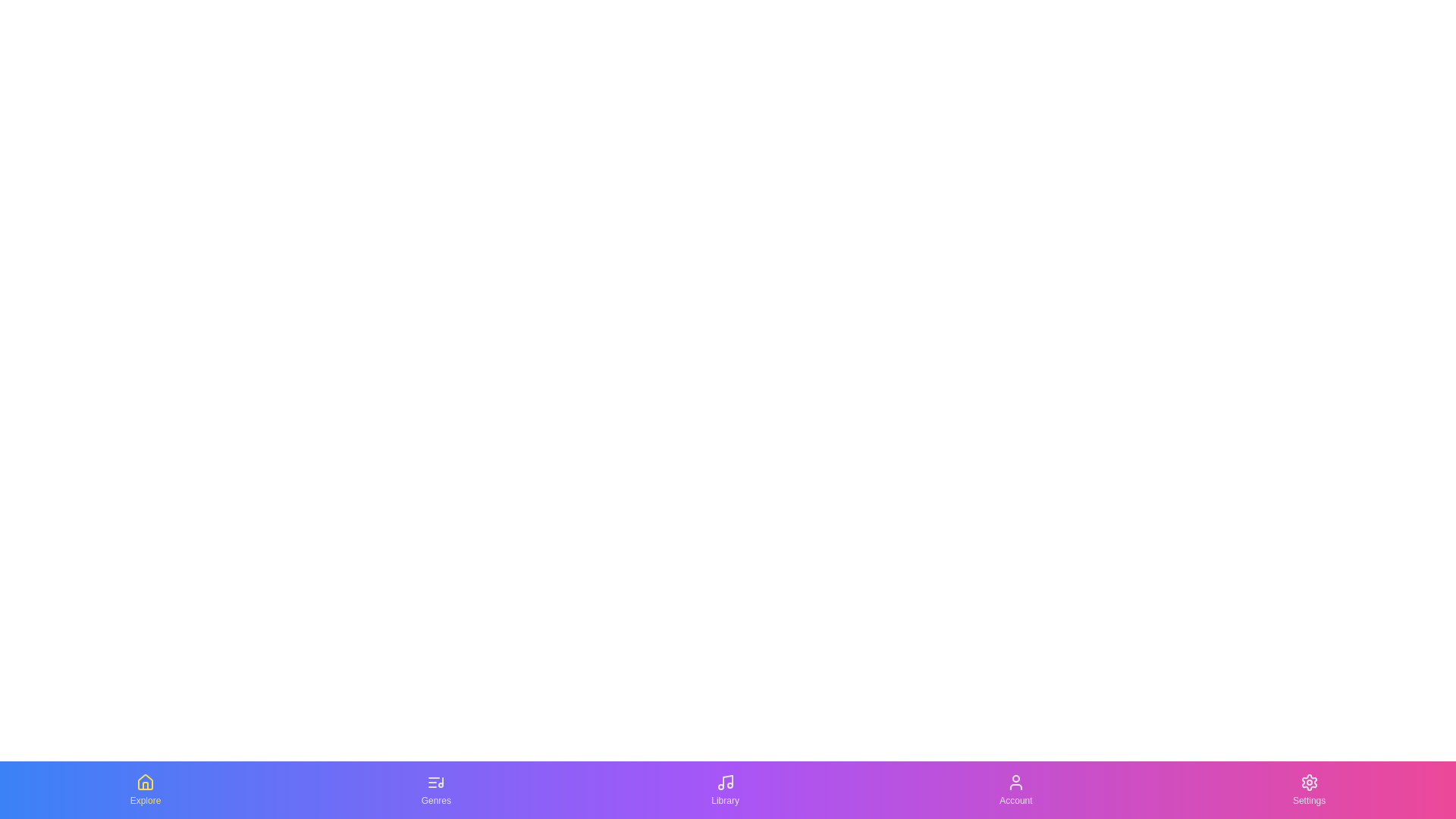 This screenshot has height=819, width=1456. I want to click on the Settings tab to observe the hover effect, so click(1308, 789).